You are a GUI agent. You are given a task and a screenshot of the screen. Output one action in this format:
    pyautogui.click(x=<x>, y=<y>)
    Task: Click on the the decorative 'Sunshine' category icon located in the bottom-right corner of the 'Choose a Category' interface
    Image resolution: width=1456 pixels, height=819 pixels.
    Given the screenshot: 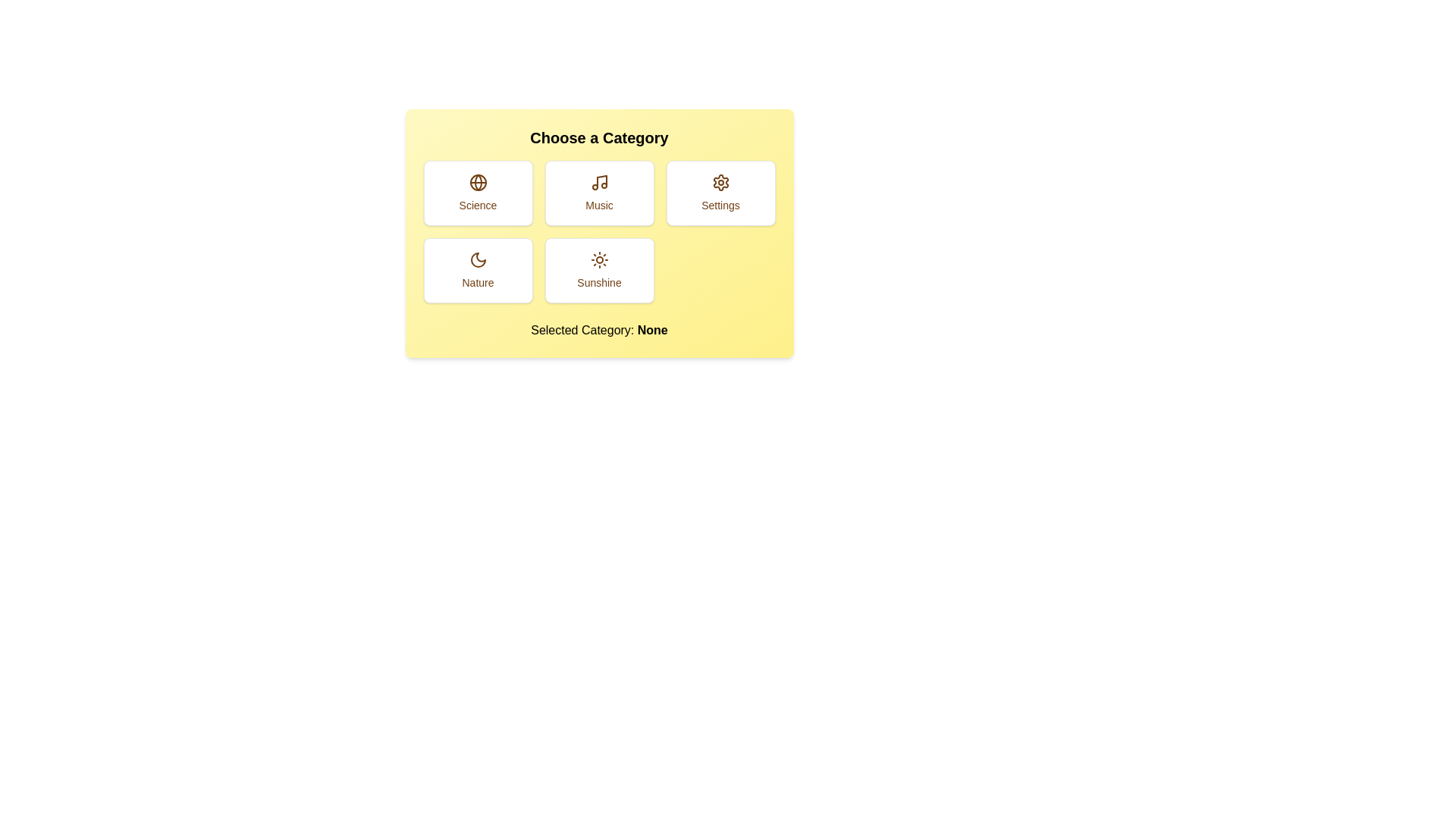 What is the action you would take?
    pyautogui.click(x=598, y=259)
    